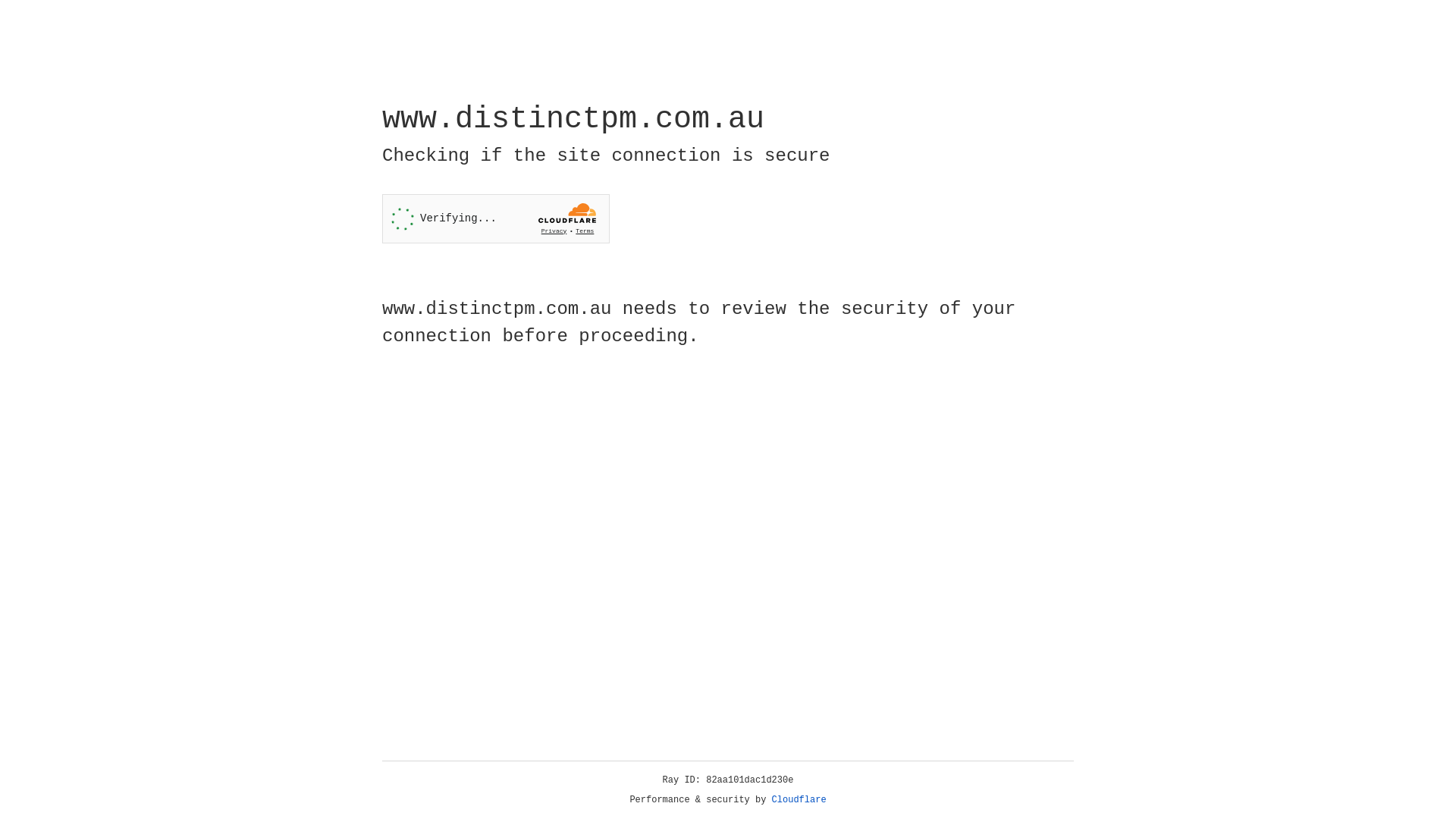  Describe the element at coordinates (495, 218) in the screenshot. I see `'Widget containing a Cloudflare security challenge'` at that location.